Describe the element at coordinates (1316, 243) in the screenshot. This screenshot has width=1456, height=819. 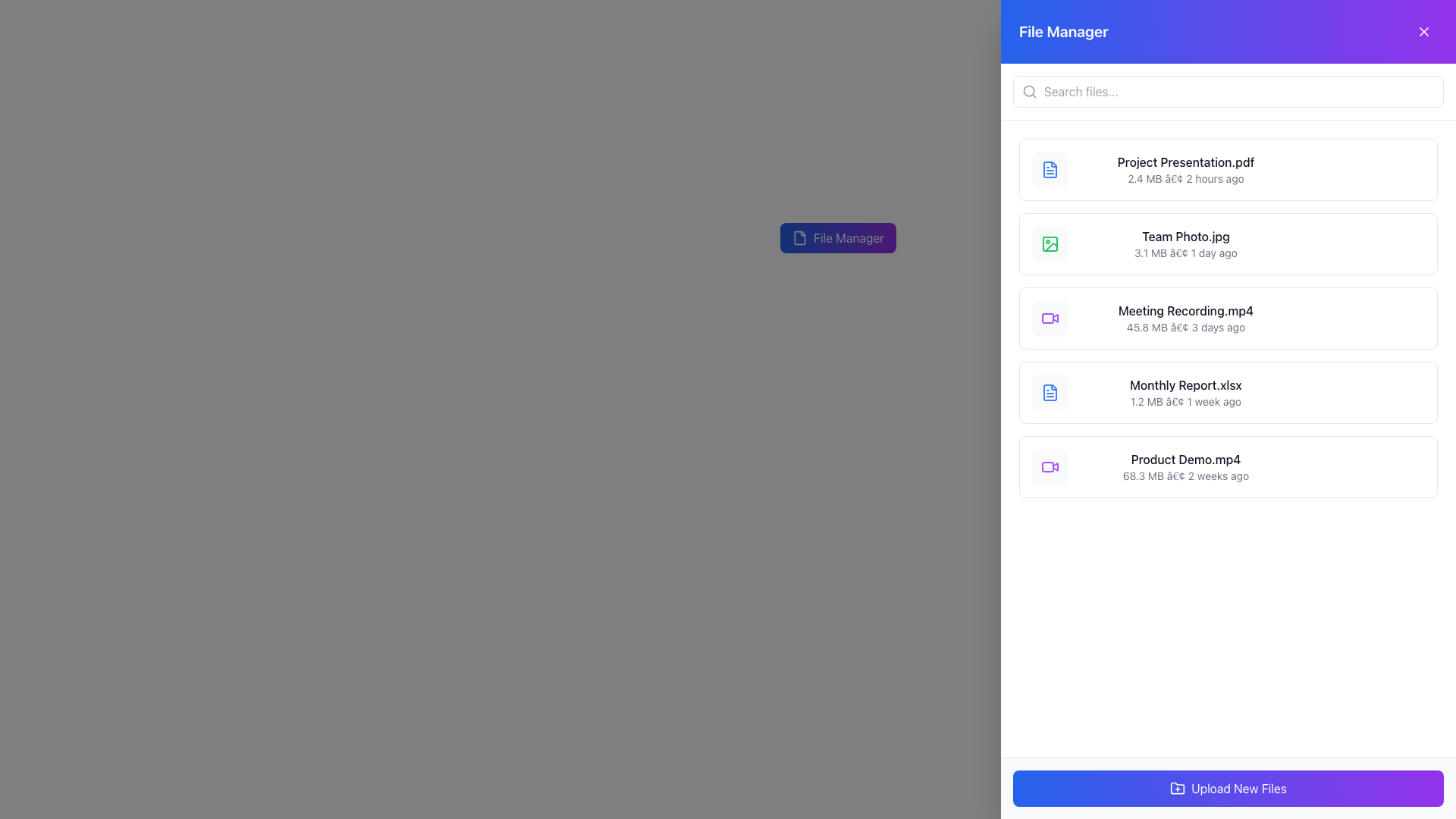
I see `the sharing button located in the horizontal bar of icons to the right of the 'Team Photo.jpg' file entry to initiate the sharing action` at that location.